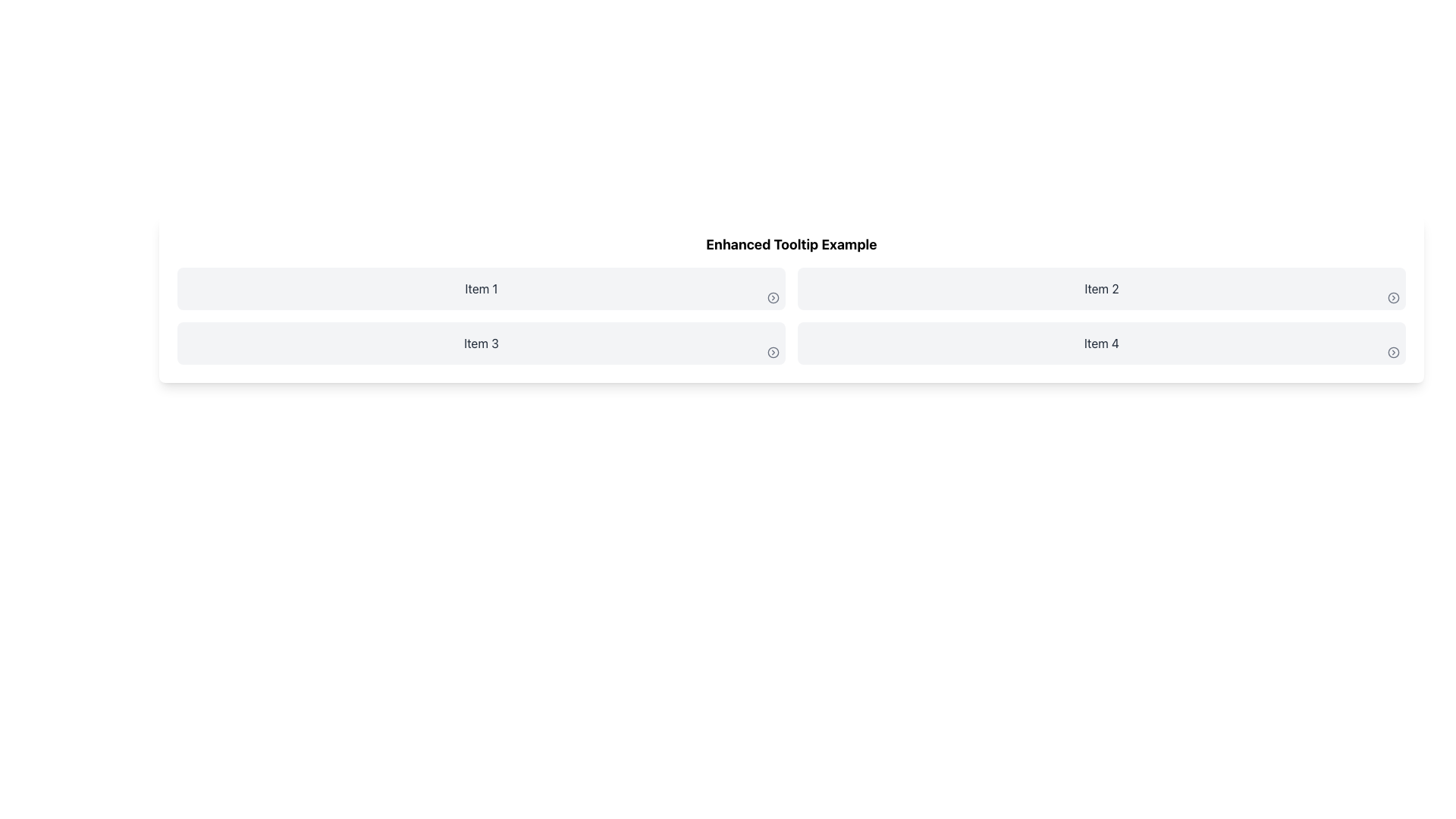 The height and width of the screenshot is (819, 1456). Describe the element at coordinates (772, 298) in the screenshot. I see `the area surrounding the circular graphic icon with a gray stroke outline, located in the top-right corner of the label 'Item 1'` at that location.